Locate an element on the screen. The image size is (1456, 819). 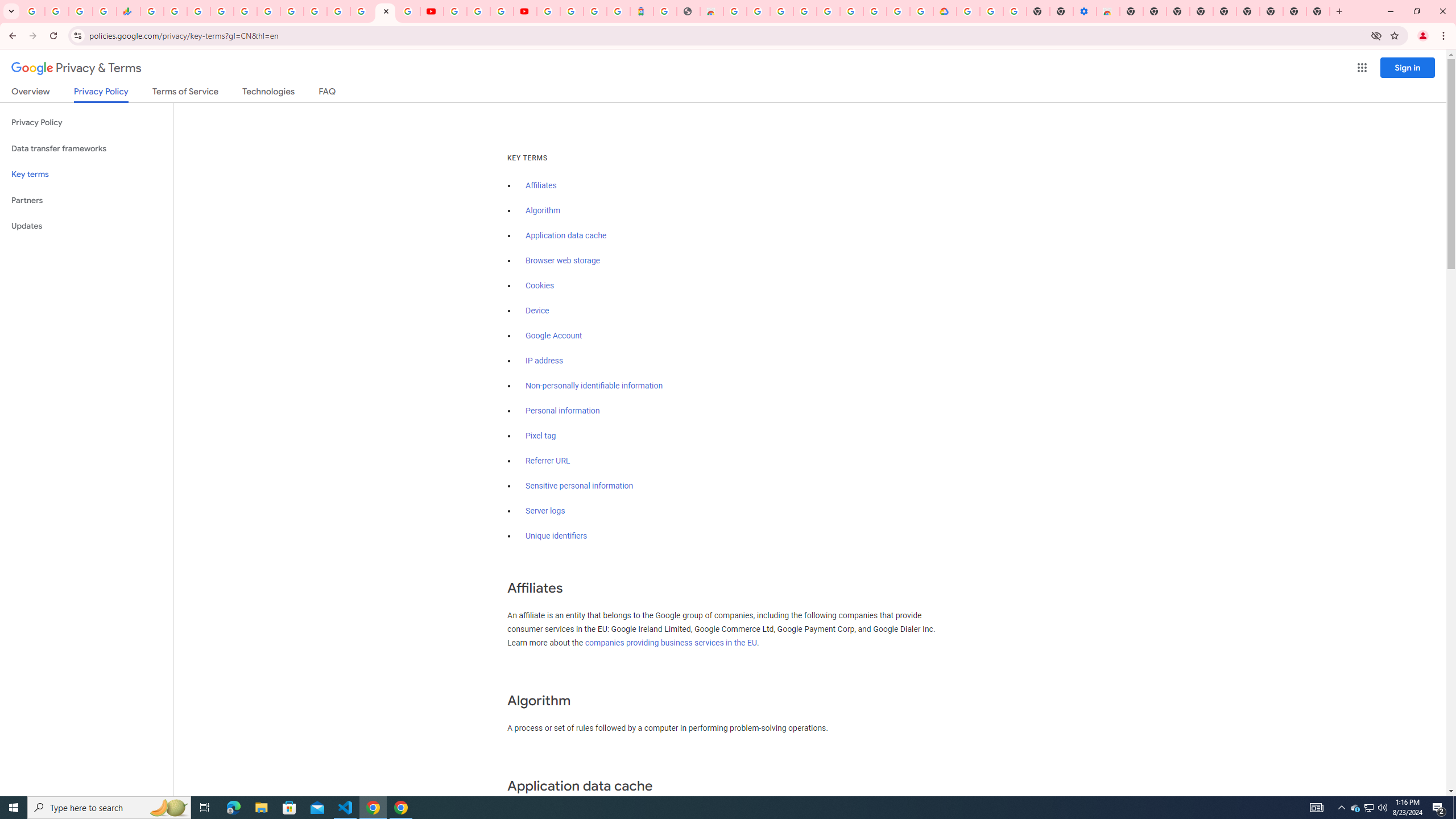
'Turn cookies on or off - Computer - Google Account Help' is located at coordinates (1015, 11).